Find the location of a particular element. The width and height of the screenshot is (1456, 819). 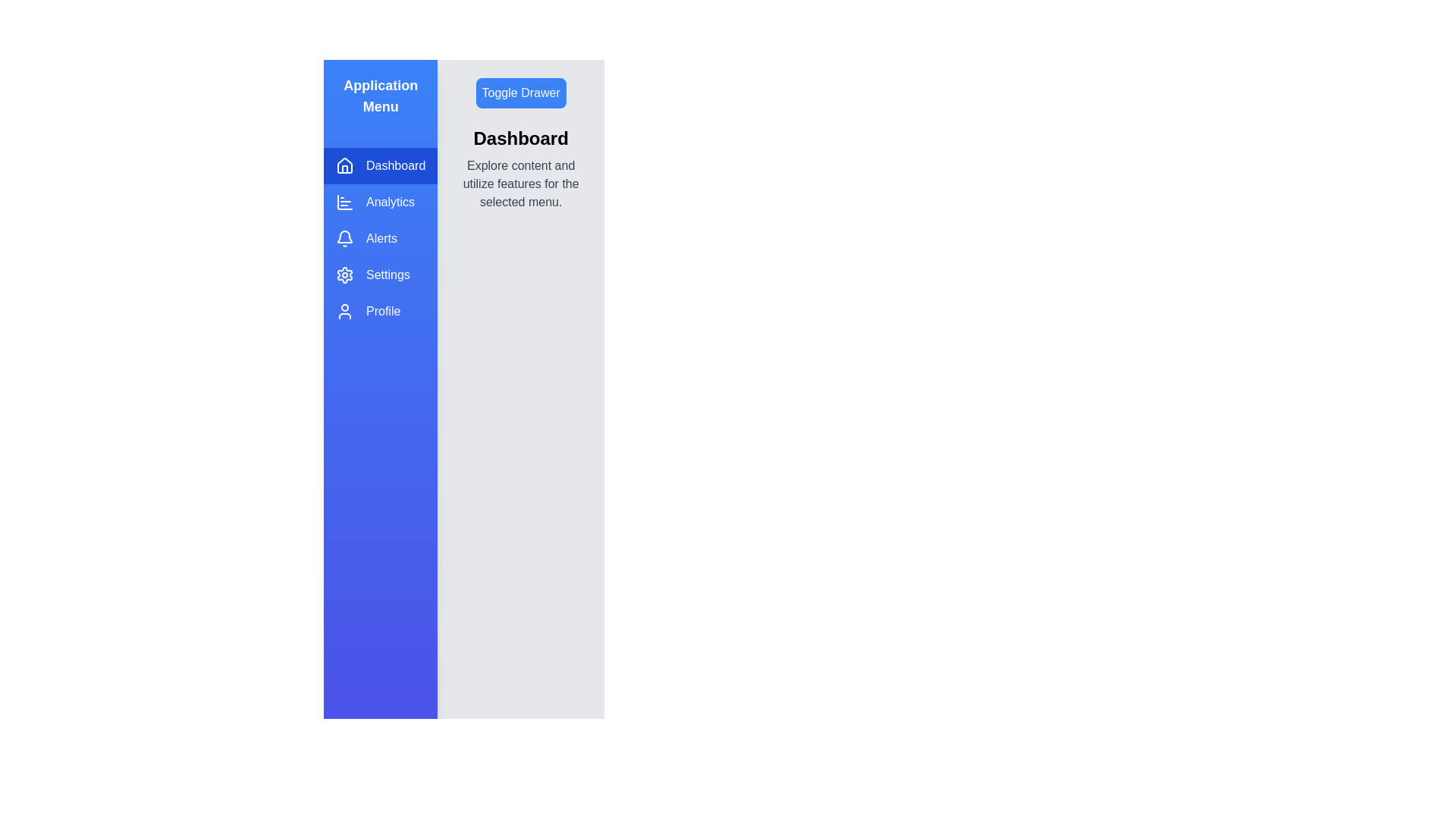

the menu item Profile from the drawer to switch to the corresponding section is located at coordinates (381, 311).